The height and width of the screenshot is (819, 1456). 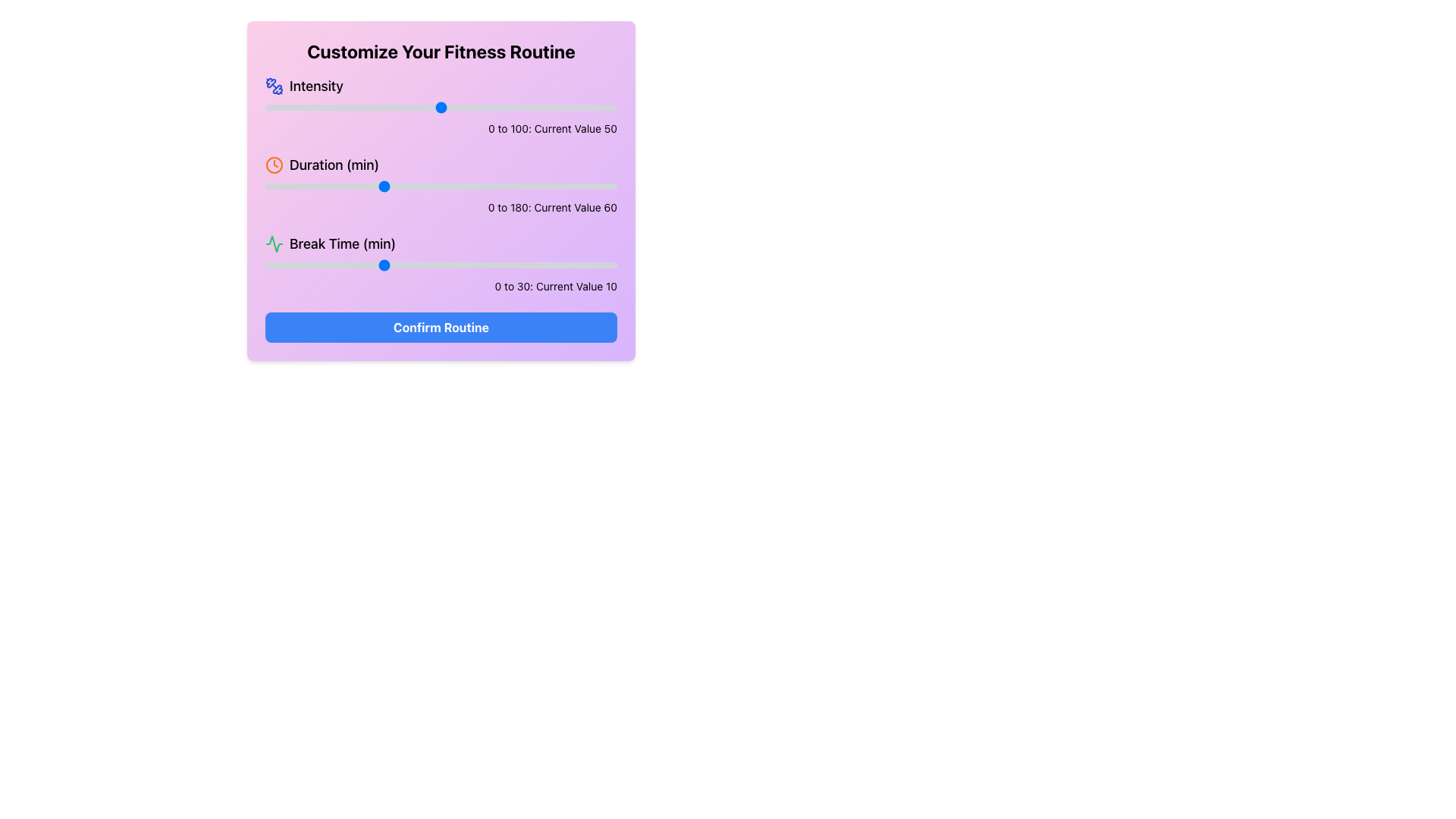 I want to click on the intensity slider, so click(x=610, y=107).